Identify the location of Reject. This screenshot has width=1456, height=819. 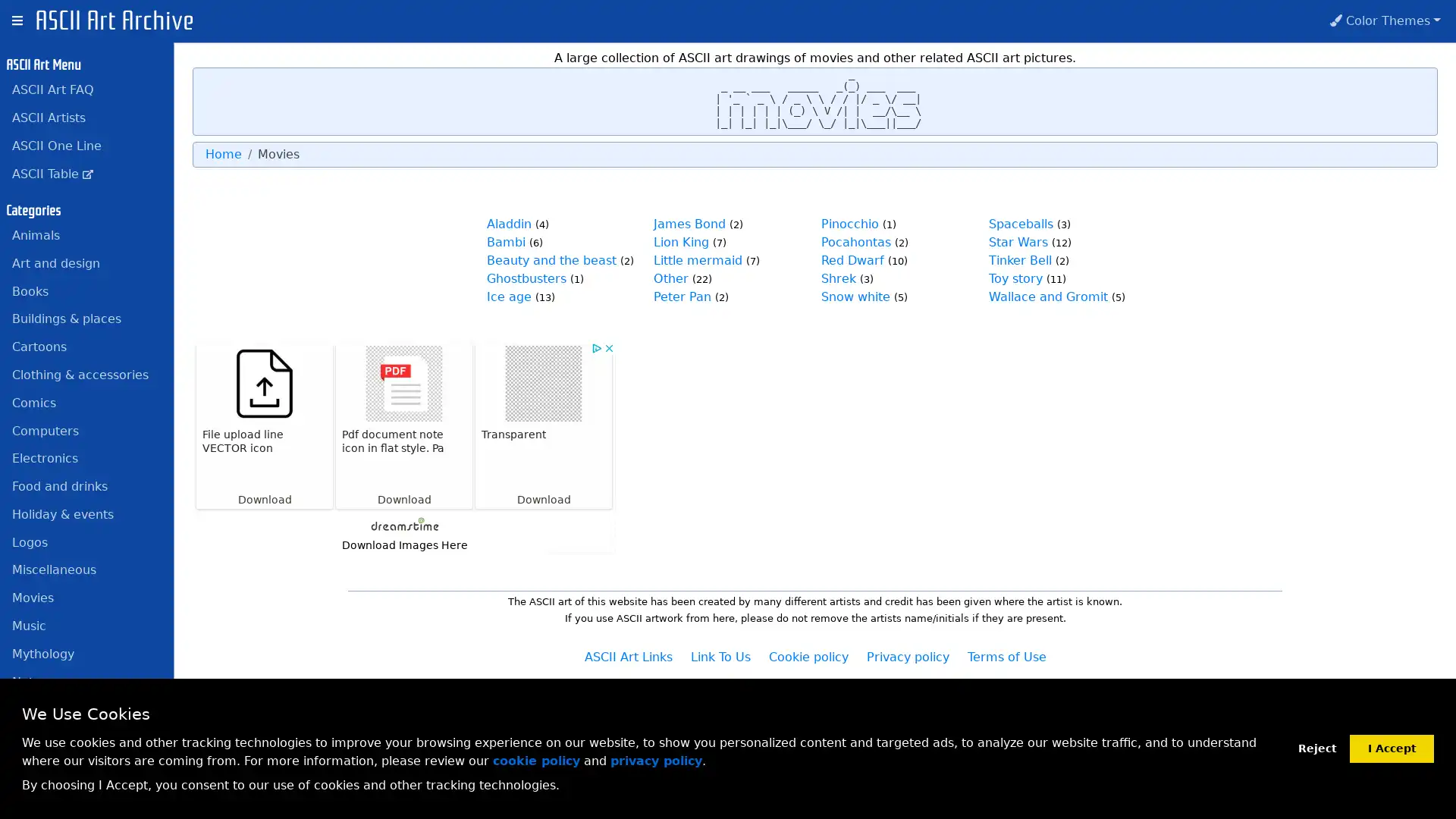
(1316, 748).